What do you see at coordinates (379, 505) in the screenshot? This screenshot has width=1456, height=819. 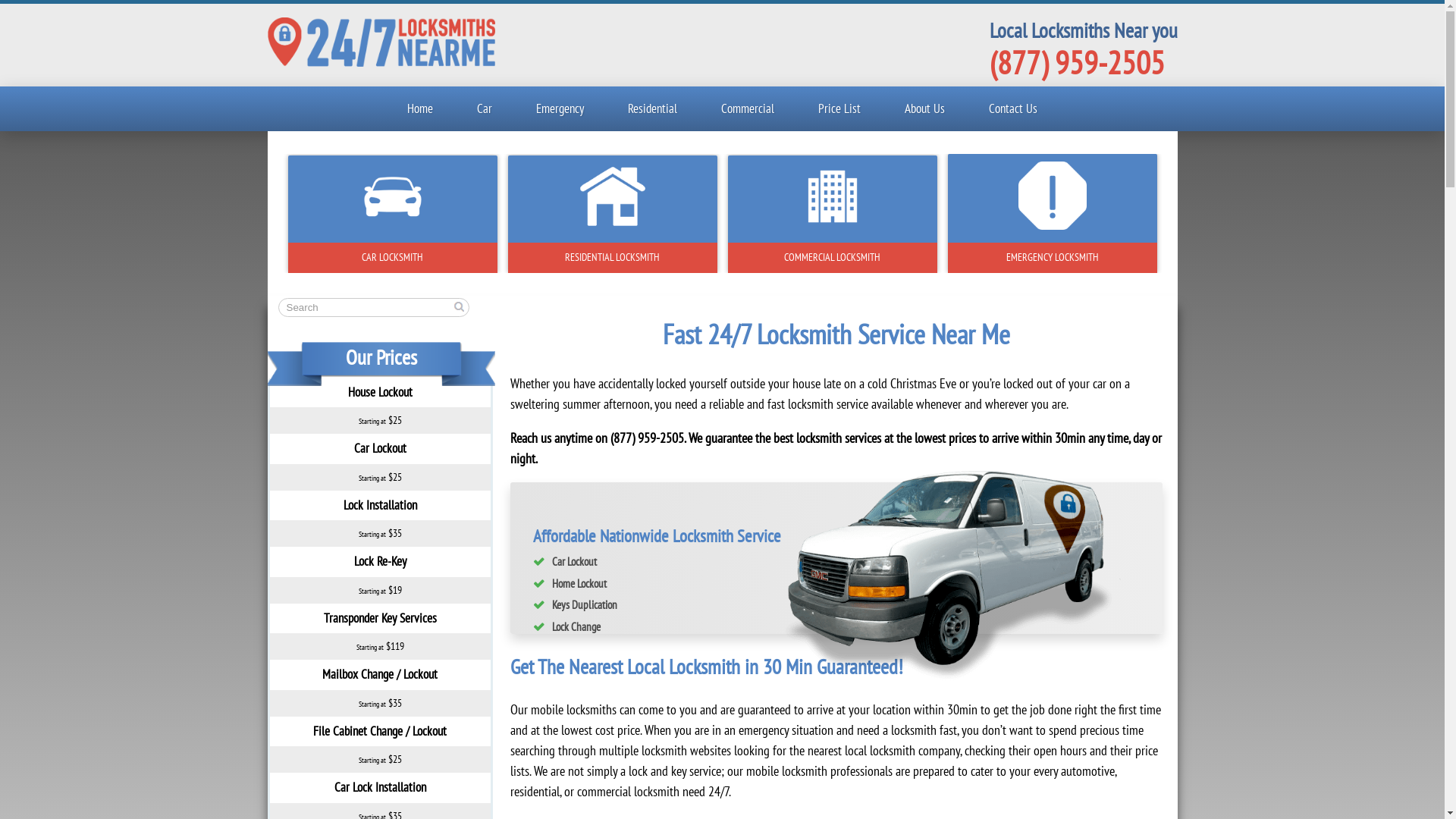 I see `'Lock Installation'` at bounding box center [379, 505].